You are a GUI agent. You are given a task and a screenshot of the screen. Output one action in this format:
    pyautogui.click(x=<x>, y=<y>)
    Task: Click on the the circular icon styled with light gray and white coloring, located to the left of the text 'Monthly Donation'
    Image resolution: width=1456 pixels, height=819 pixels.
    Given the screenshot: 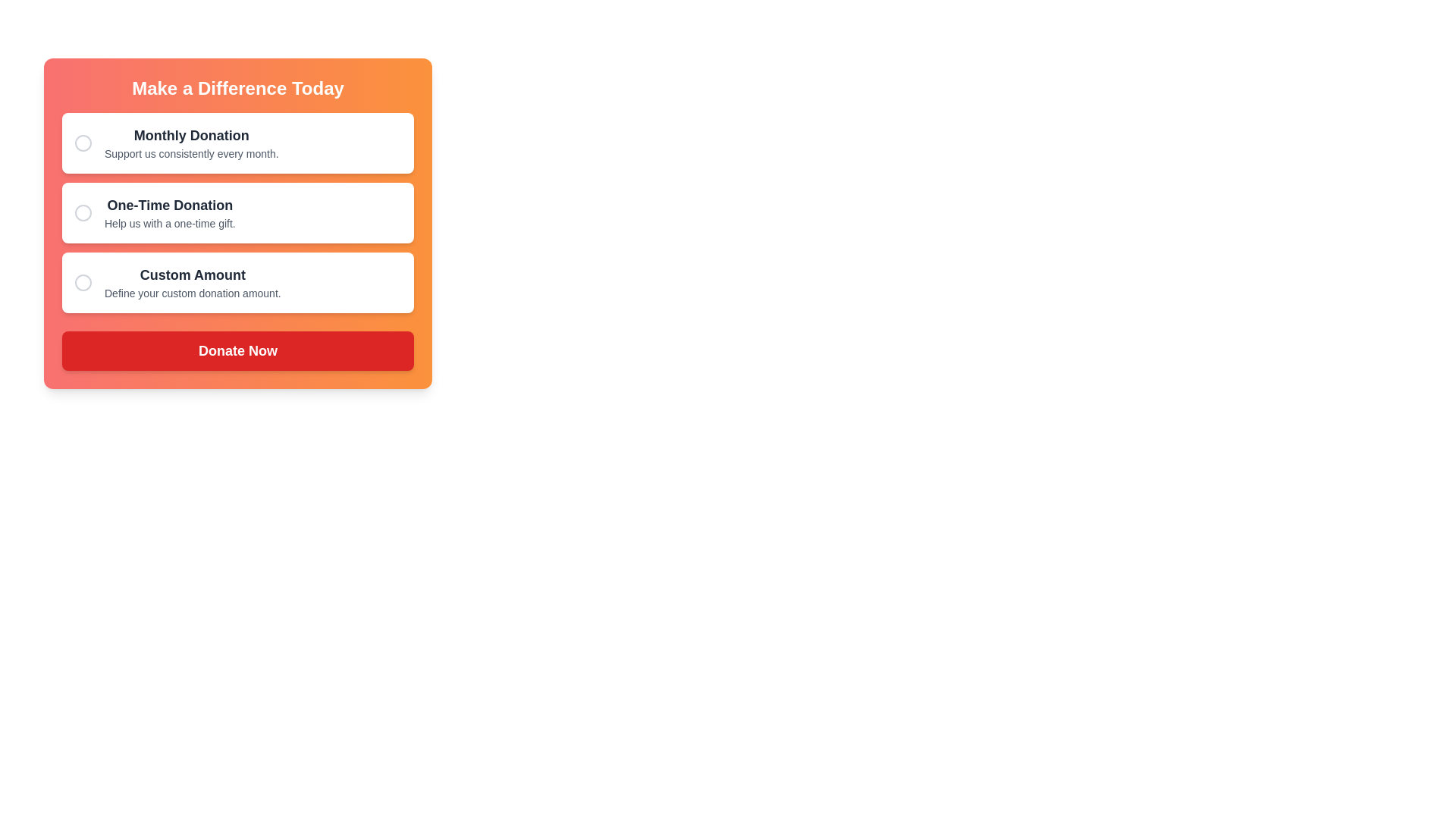 What is the action you would take?
    pyautogui.click(x=83, y=143)
    